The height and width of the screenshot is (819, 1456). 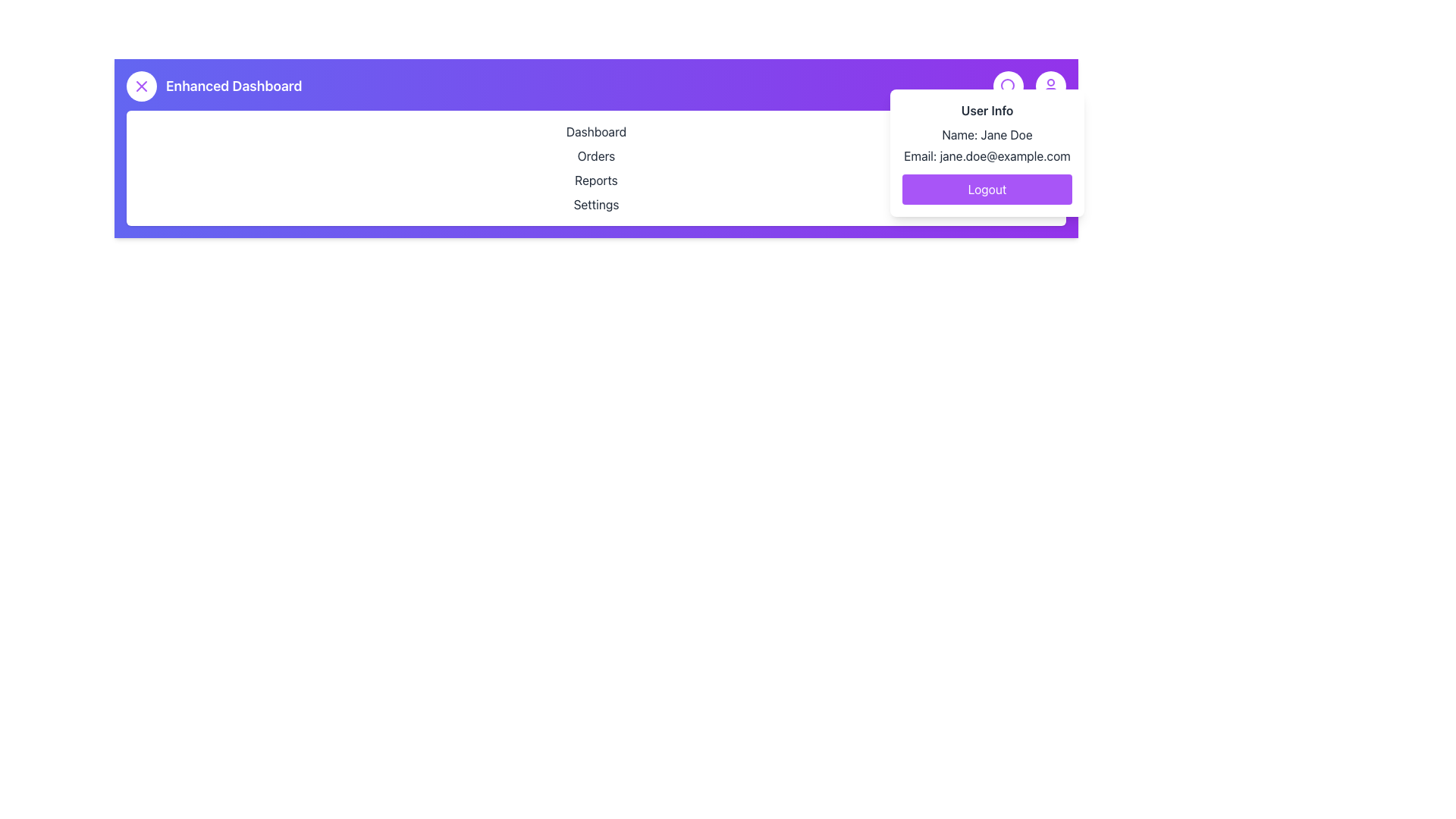 What do you see at coordinates (1008, 86) in the screenshot?
I see `the search icon represented by a magnifying glass graphic, which is centered within a white circular button with a purple border, located at the top right of the panel` at bounding box center [1008, 86].